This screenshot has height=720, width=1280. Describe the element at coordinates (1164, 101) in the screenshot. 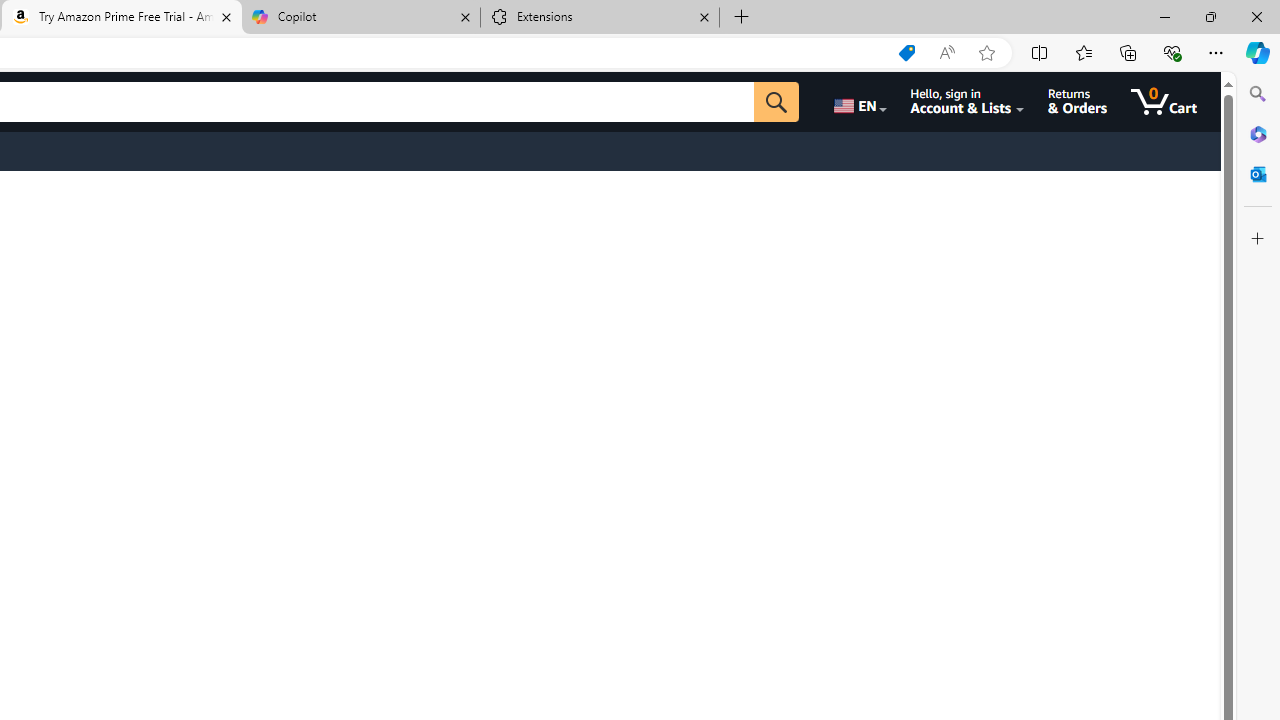

I see `'0 items in cart'` at that location.